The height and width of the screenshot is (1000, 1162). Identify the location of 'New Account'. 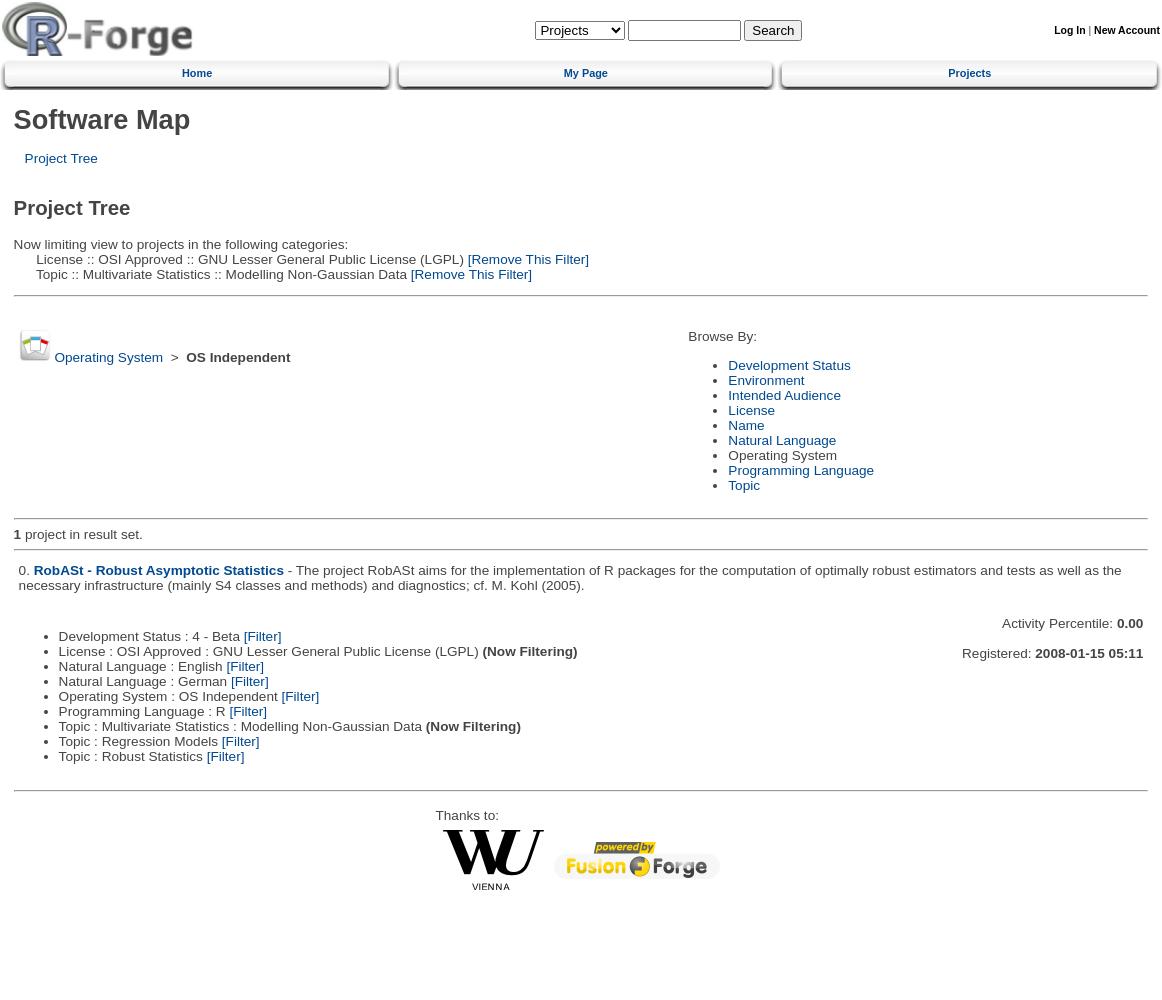
(1126, 29).